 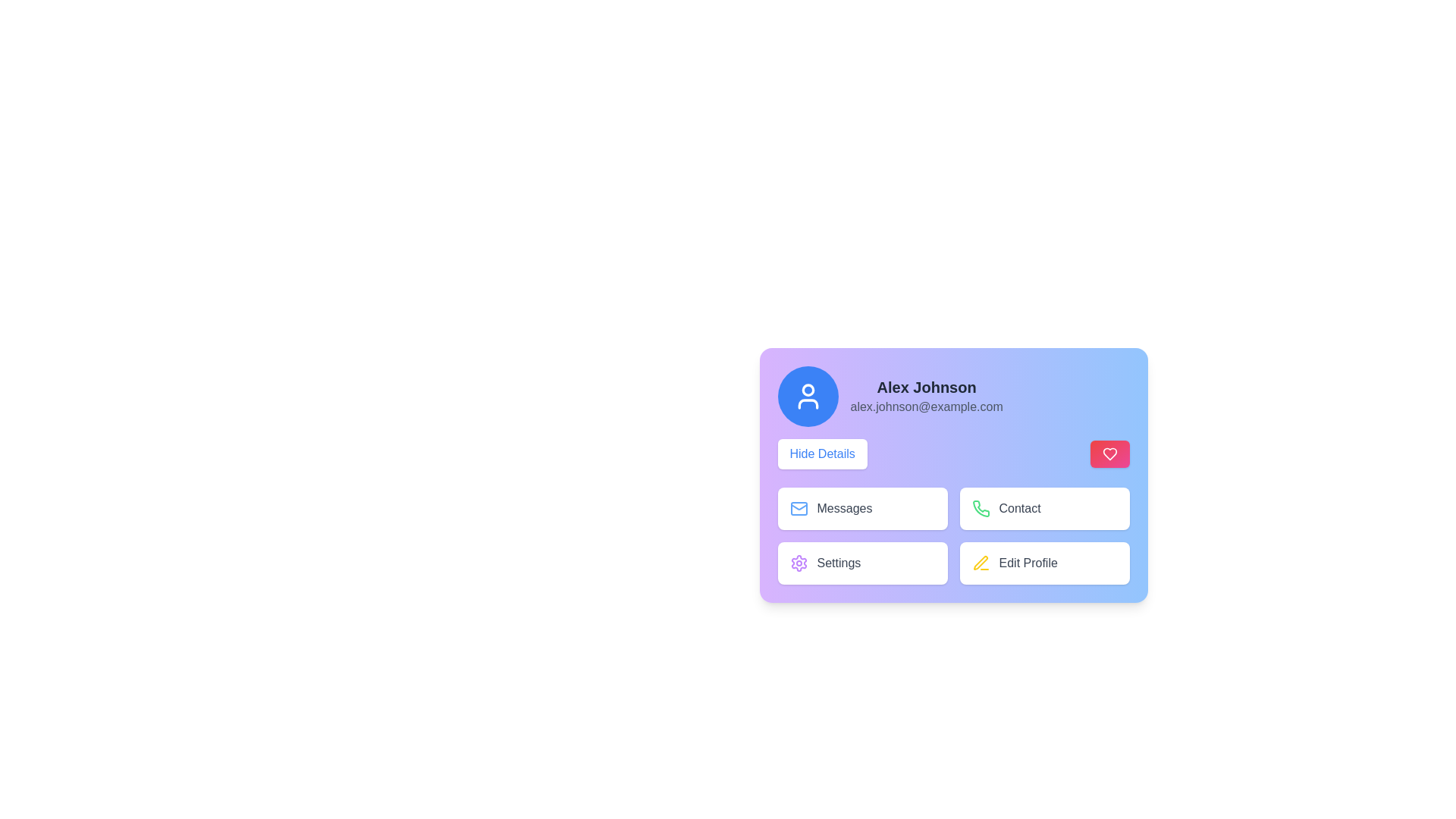 I want to click on the SVG icon of a phone with a green stroke, located to the left of the 'Contact' button in the user interface card, so click(x=981, y=509).